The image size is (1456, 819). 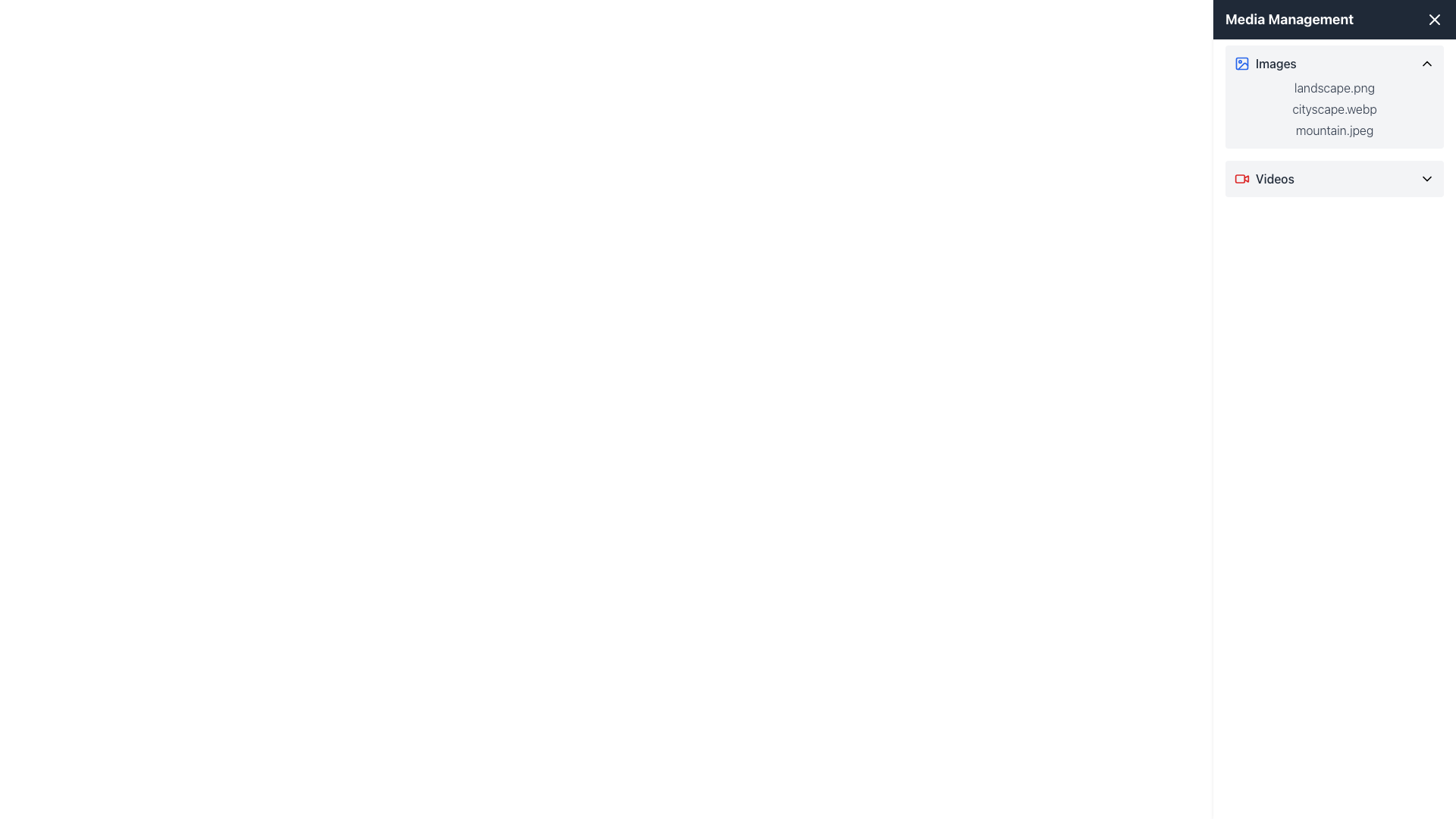 I want to click on the large rectangular graphical component representing image or media content within the icon located at the top-right of the interface, near the 'Media Management' title, so click(x=1241, y=63).